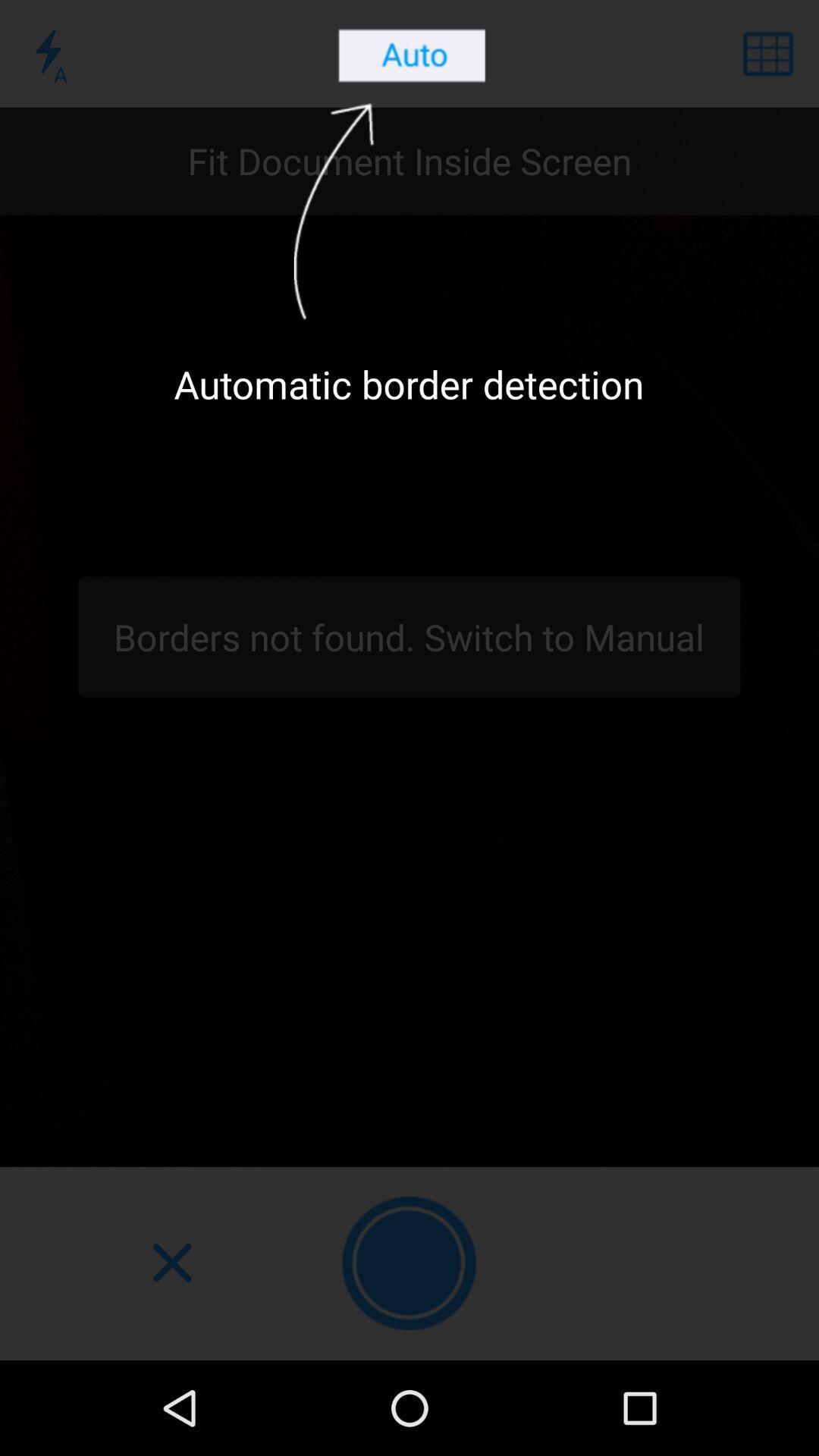 The height and width of the screenshot is (1456, 819). I want to click on the close icon, so click(171, 1263).